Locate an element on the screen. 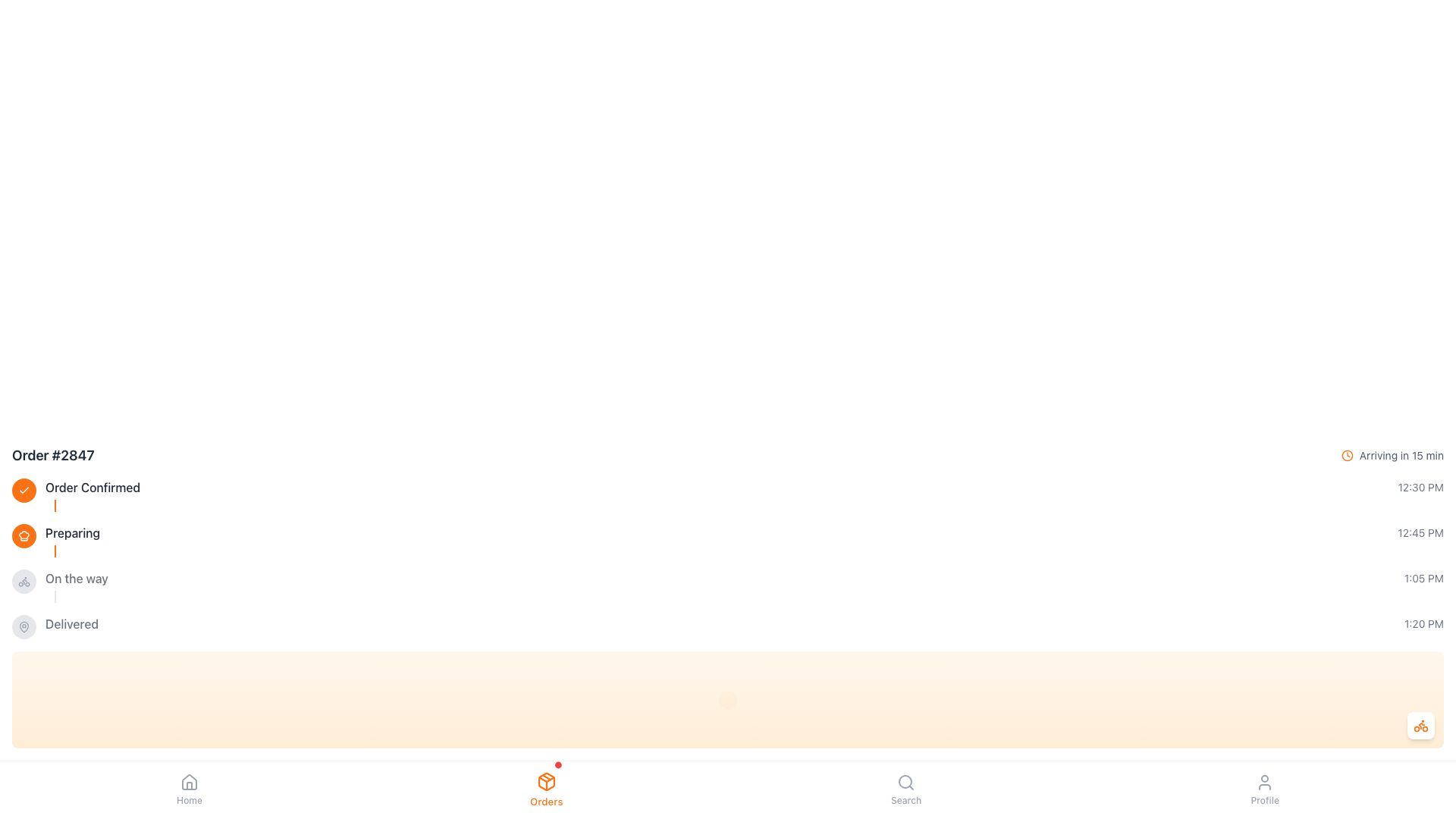 The height and width of the screenshot is (819, 1456). the 'Home' icon located at the bottom left of the navigation bar is located at coordinates (188, 782).